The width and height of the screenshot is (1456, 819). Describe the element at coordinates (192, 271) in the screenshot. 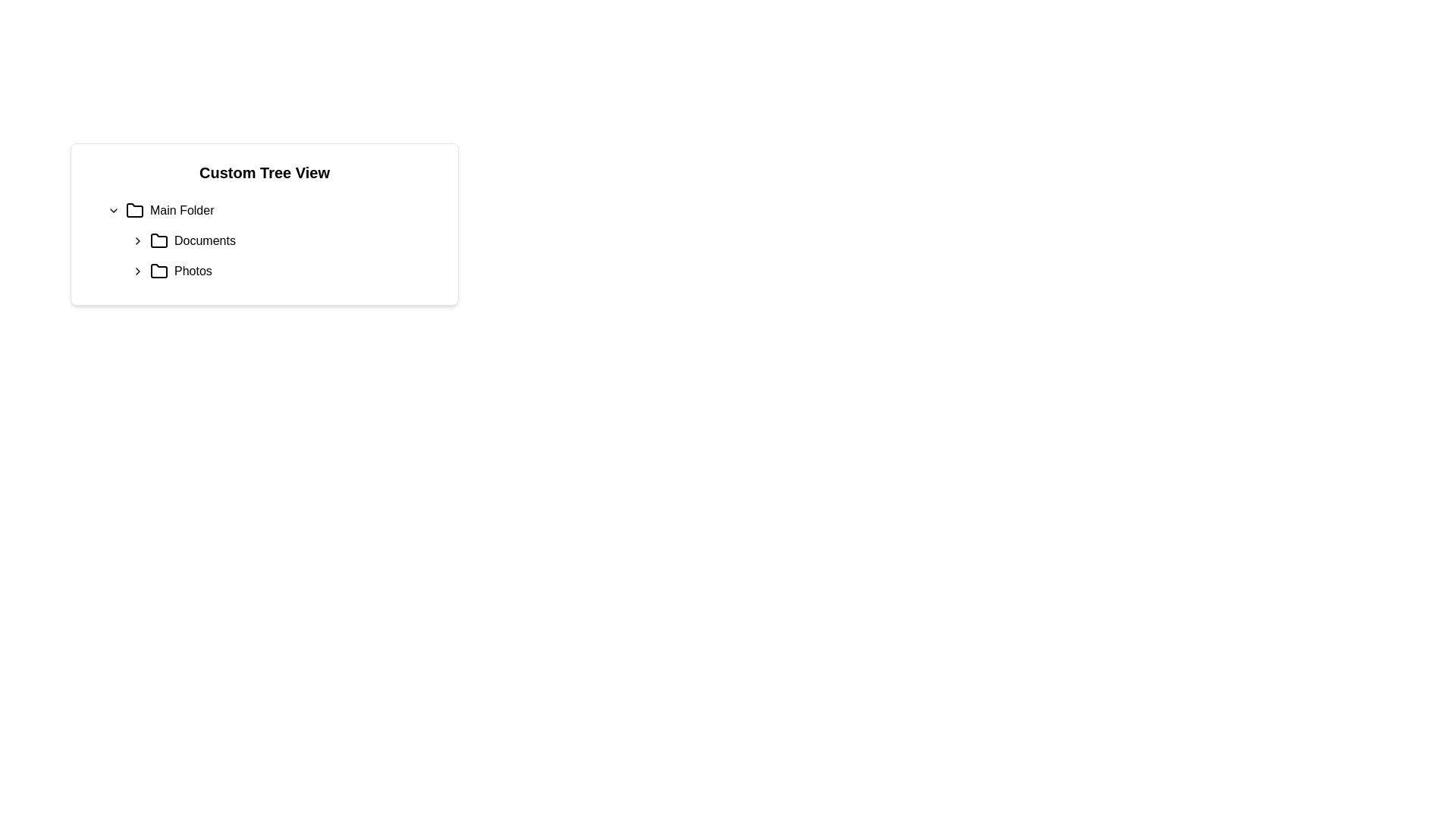

I see `the 'Photos' label in the tree view` at that location.